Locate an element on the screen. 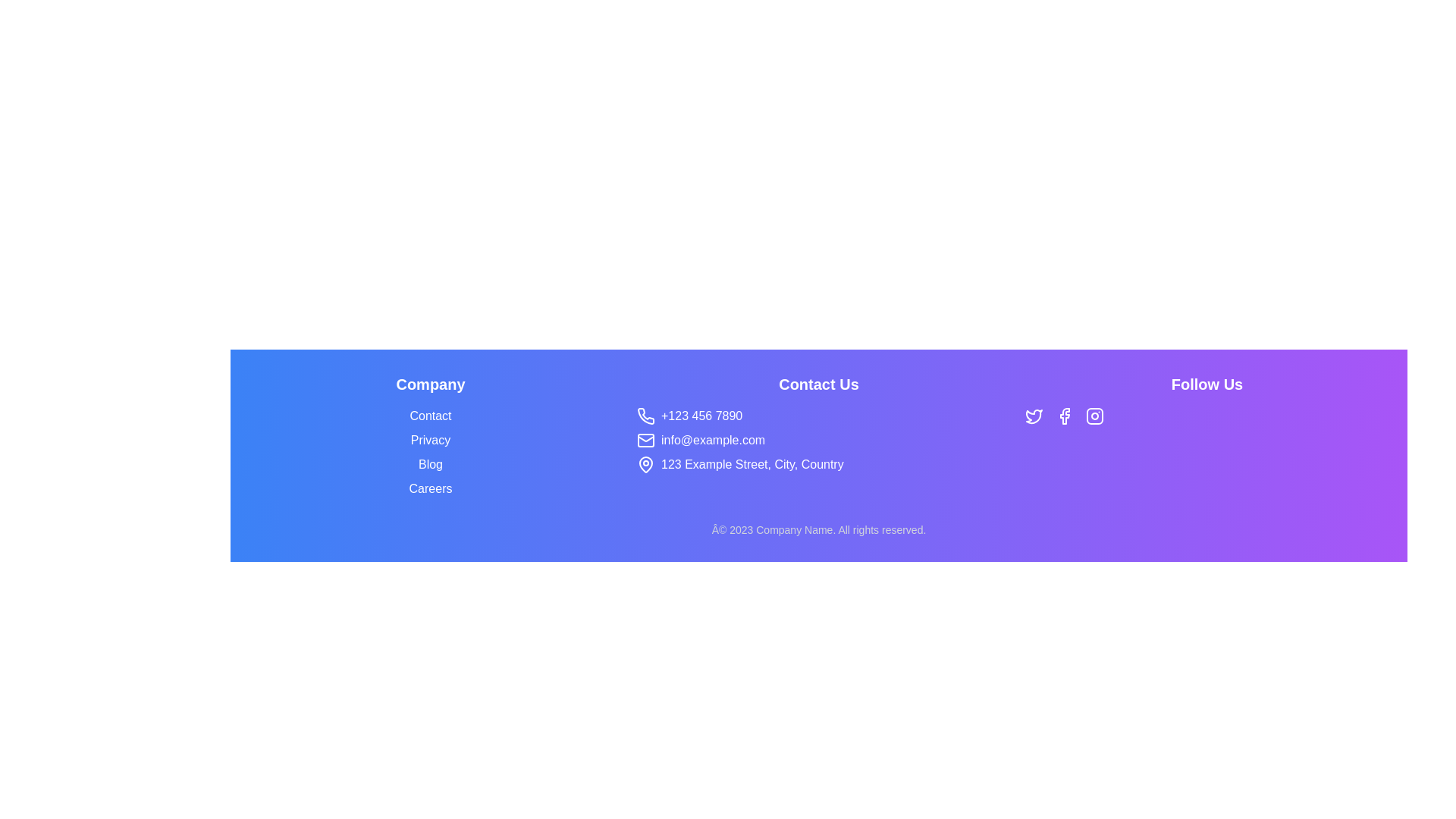  the SVG graphical shape representing the body of the mail envelope in the 'Contact Us' section of the footer is located at coordinates (645, 441).